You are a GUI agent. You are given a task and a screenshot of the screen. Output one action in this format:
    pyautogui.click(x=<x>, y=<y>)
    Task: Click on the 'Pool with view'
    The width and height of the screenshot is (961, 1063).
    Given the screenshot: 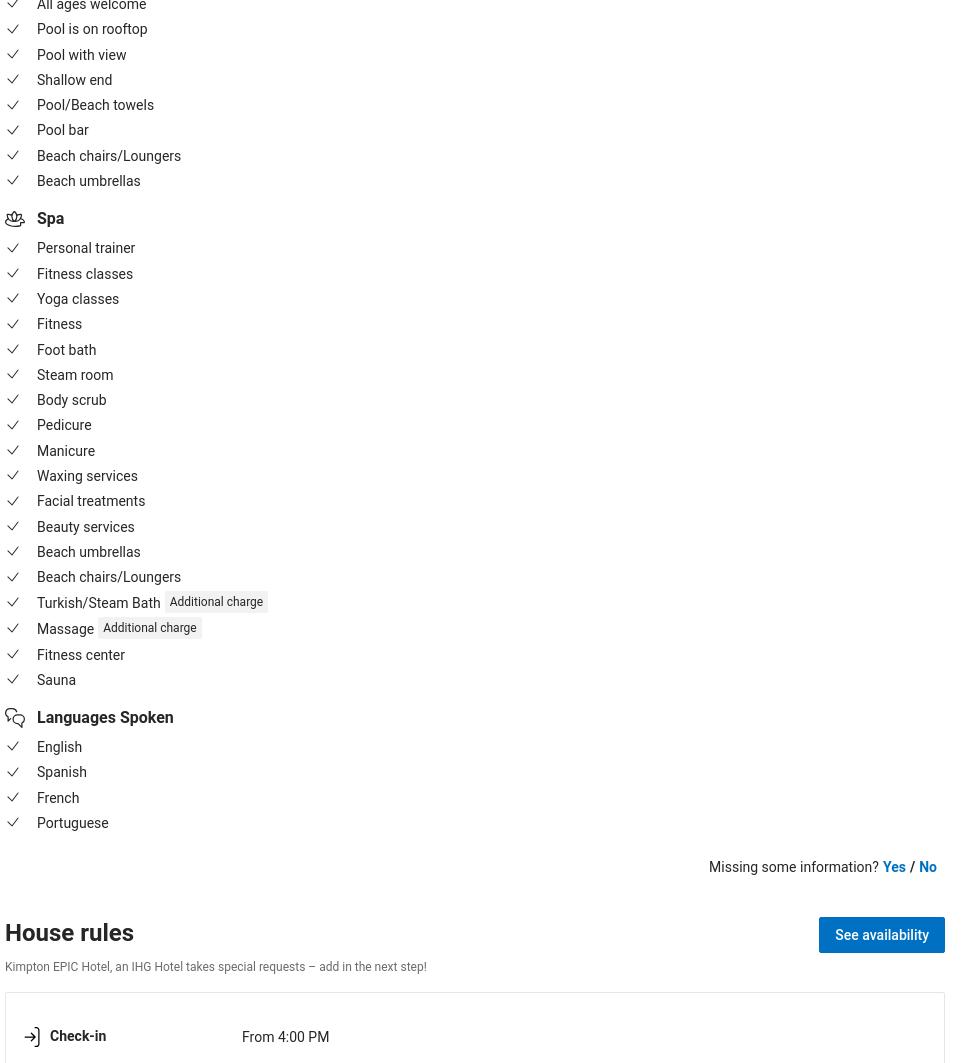 What is the action you would take?
    pyautogui.click(x=81, y=54)
    